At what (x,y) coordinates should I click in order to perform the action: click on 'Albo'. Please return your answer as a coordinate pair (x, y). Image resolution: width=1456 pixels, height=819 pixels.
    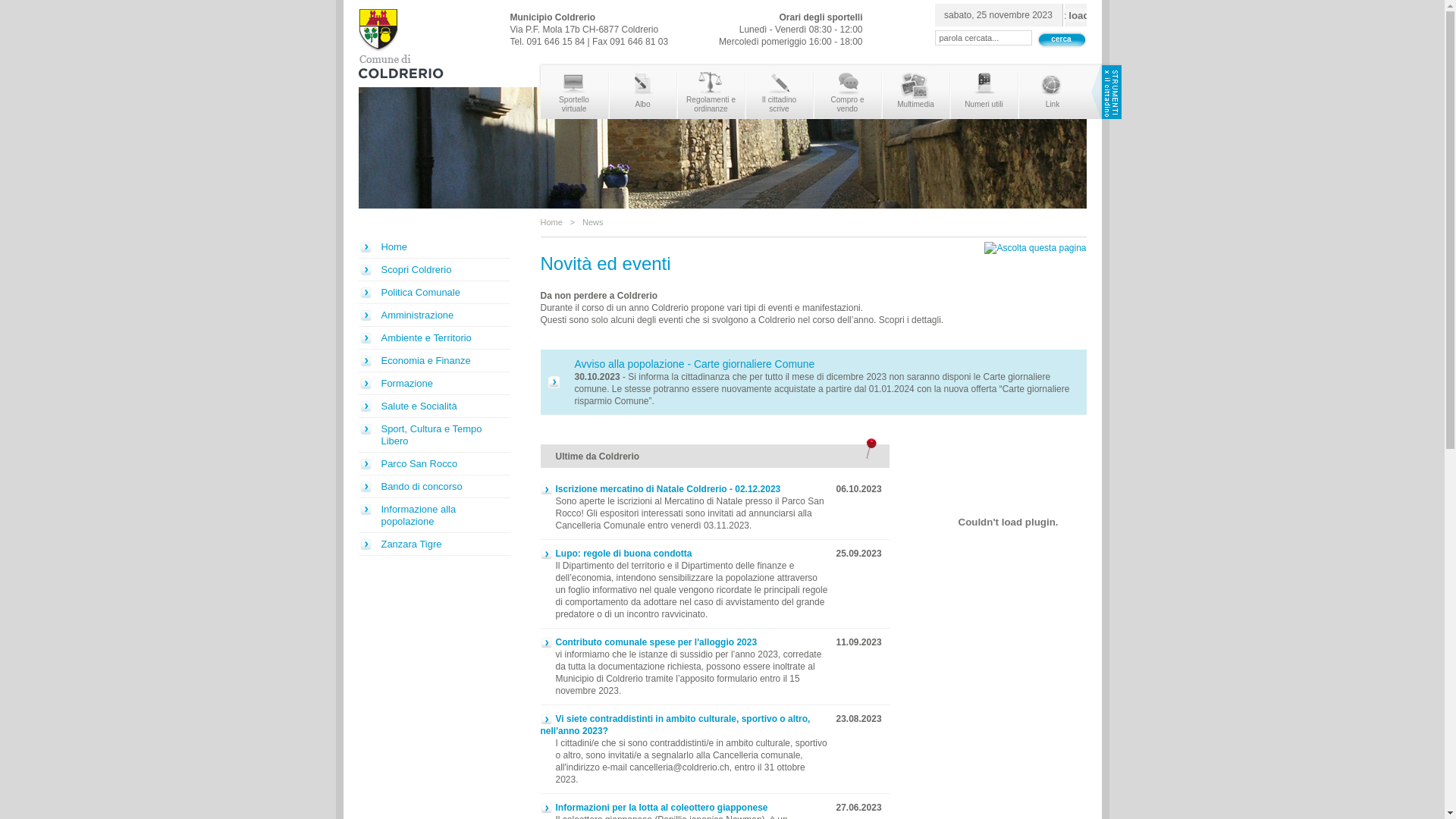
    Looking at the image, I should click on (643, 92).